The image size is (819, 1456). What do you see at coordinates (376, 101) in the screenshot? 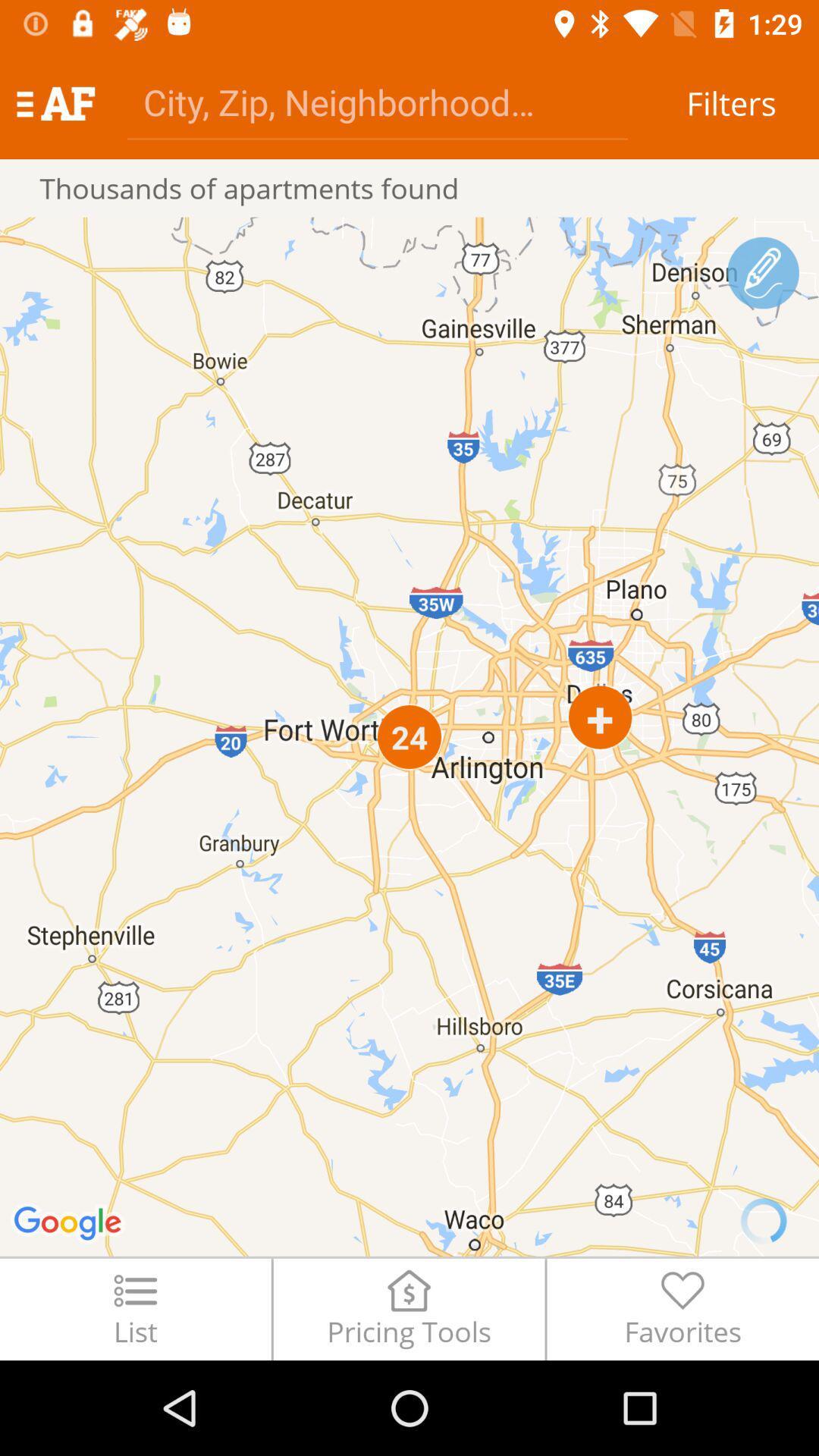
I see `city/address/zip` at bounding box center [376, 101].